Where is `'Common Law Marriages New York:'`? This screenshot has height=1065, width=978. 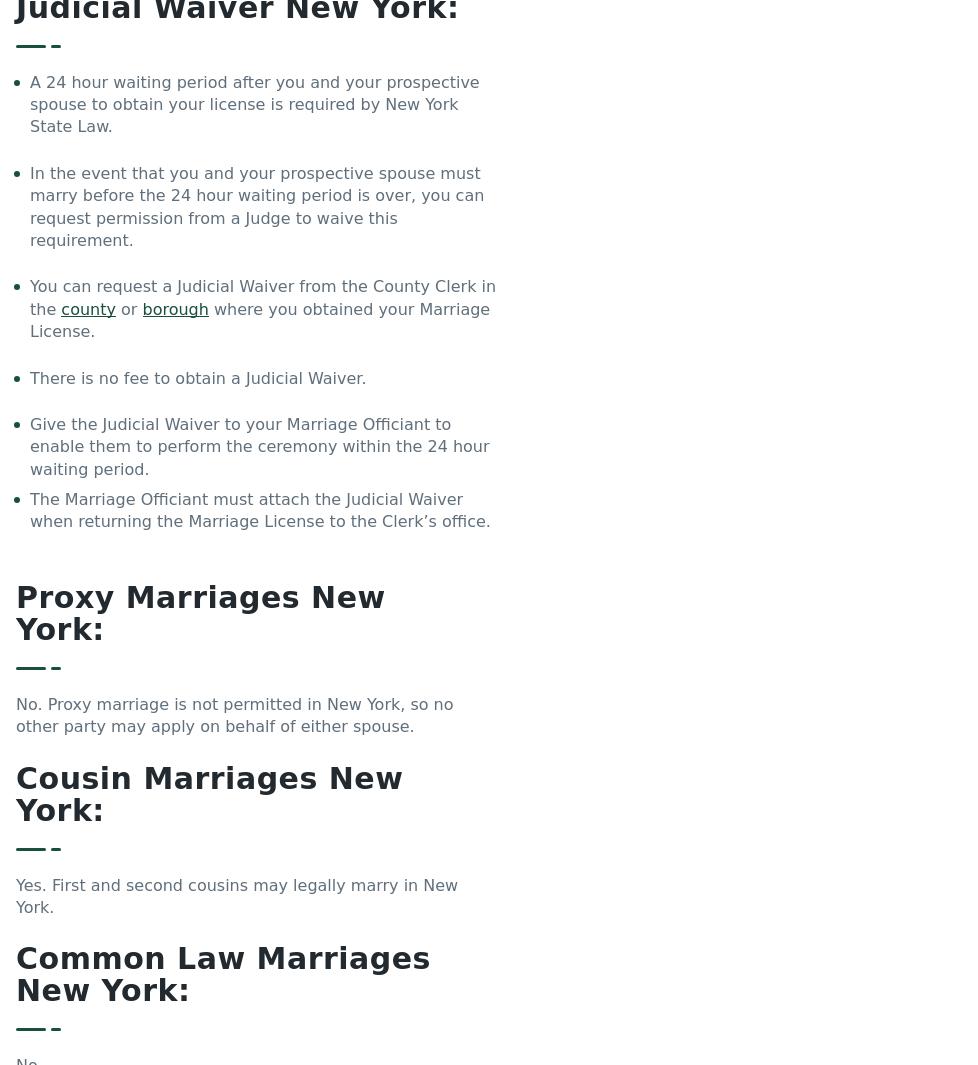 'Common Law Marriages New York:' is located at coordinates (222, 974).